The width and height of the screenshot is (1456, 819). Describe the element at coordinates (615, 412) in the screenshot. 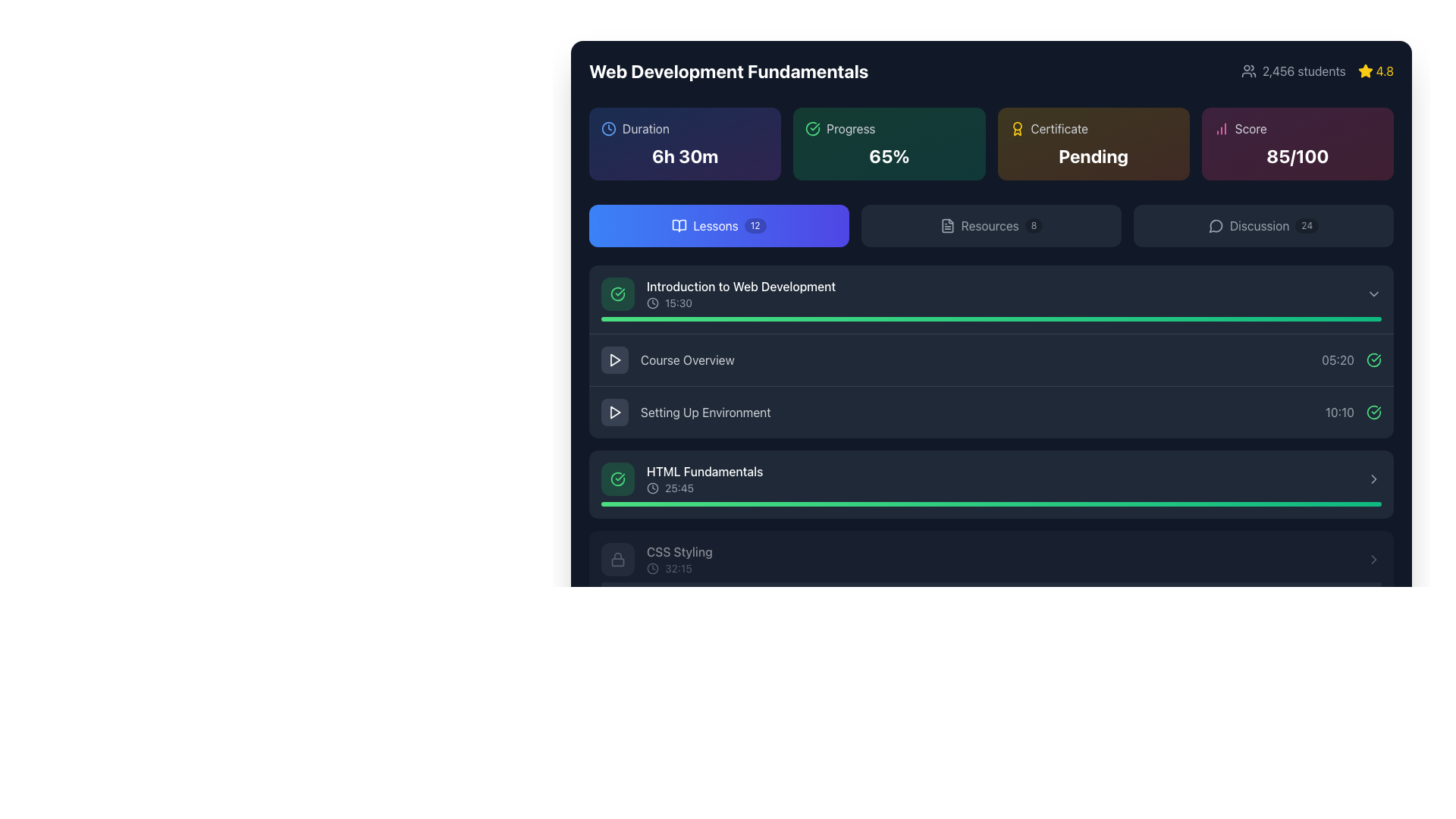

I see `the white play icon located within the button for the 'Setting Up Environment' course item, positioned in the third row of the course list` at that location.